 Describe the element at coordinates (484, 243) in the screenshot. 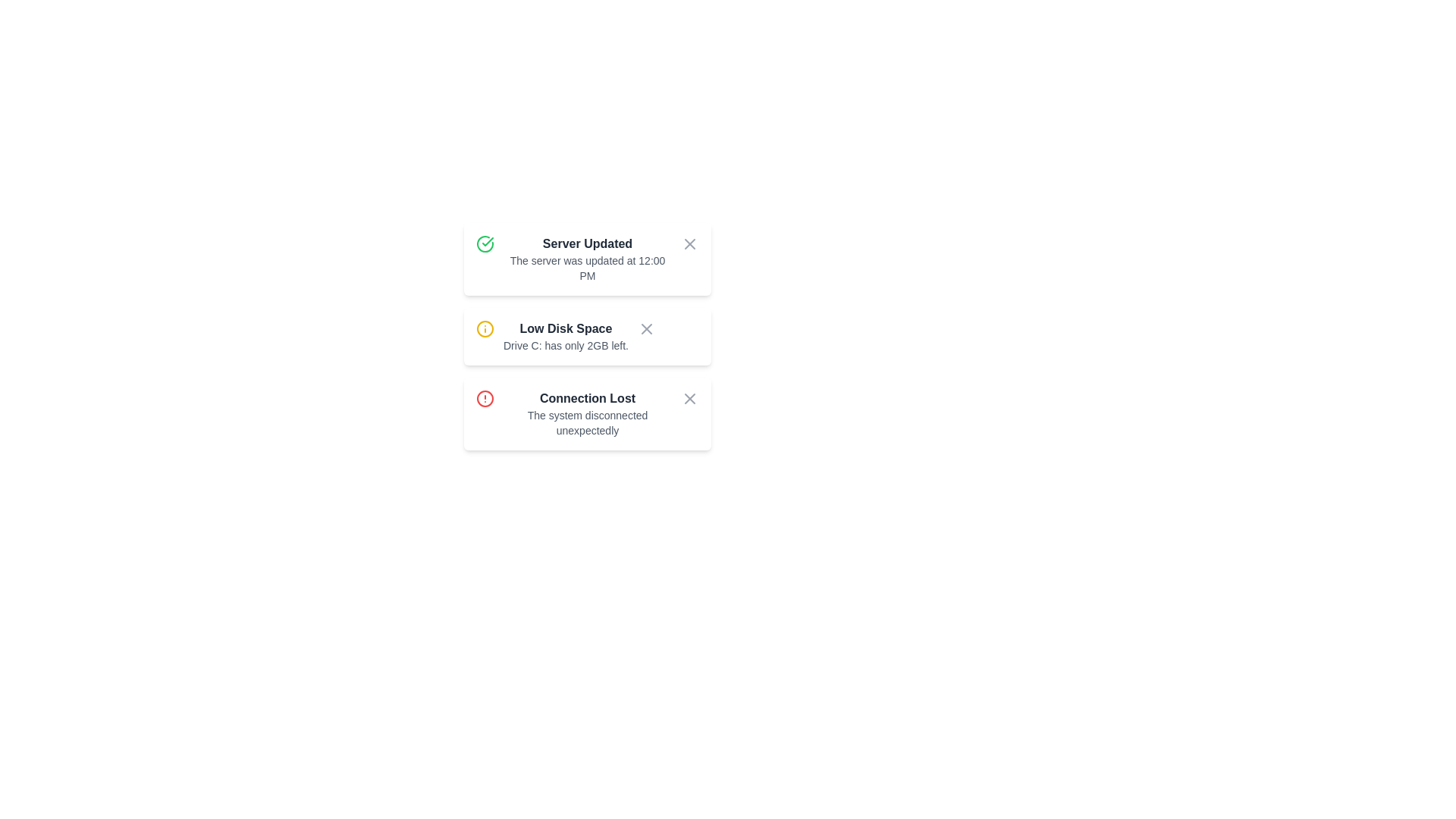

I see `the green circular icon with a checkmark inside it, located at the top left corner of the 'Server Updated' notification card` at that location.